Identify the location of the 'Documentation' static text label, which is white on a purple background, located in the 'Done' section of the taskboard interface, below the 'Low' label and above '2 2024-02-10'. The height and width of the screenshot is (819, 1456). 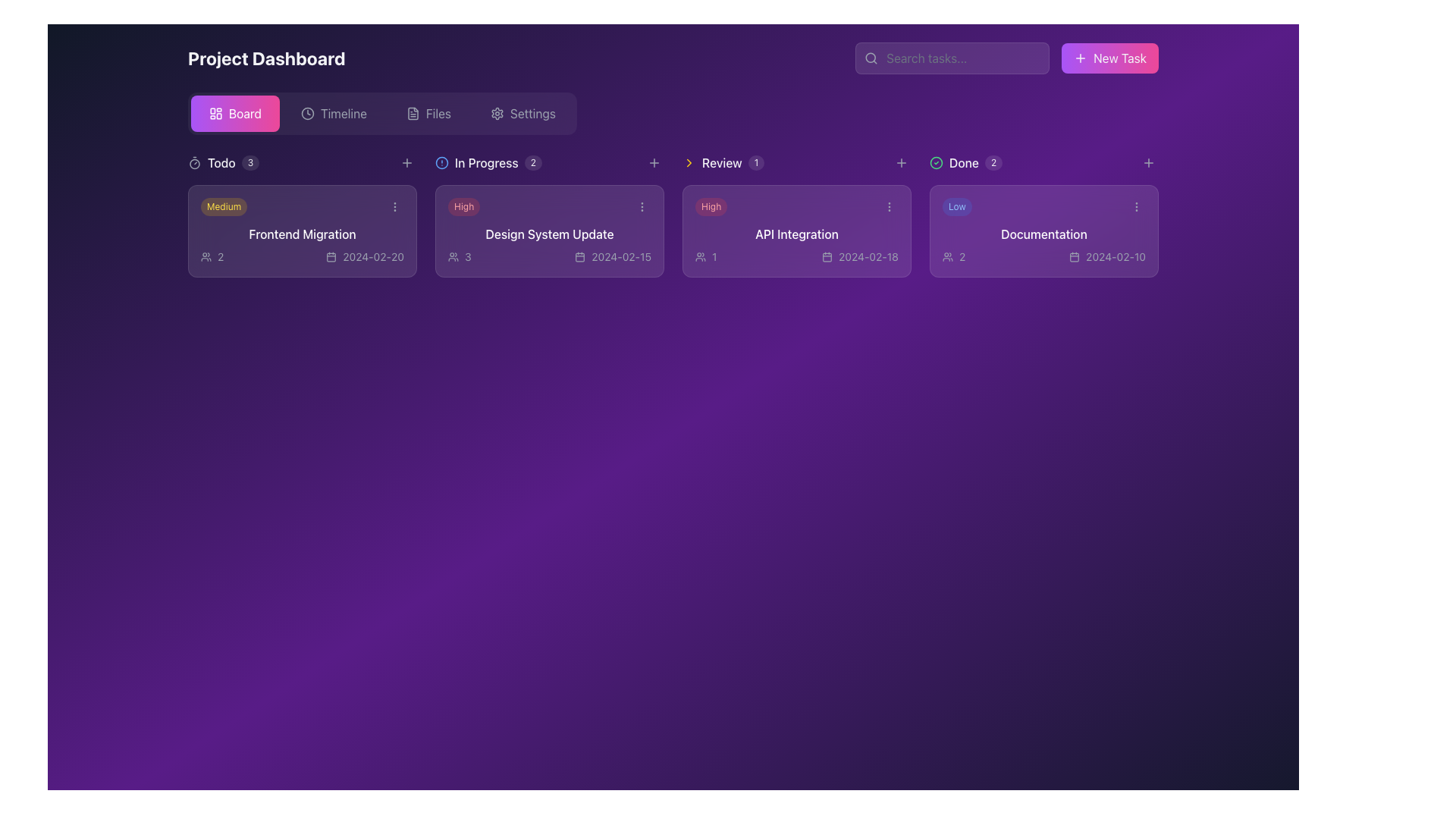
(1043, 234).